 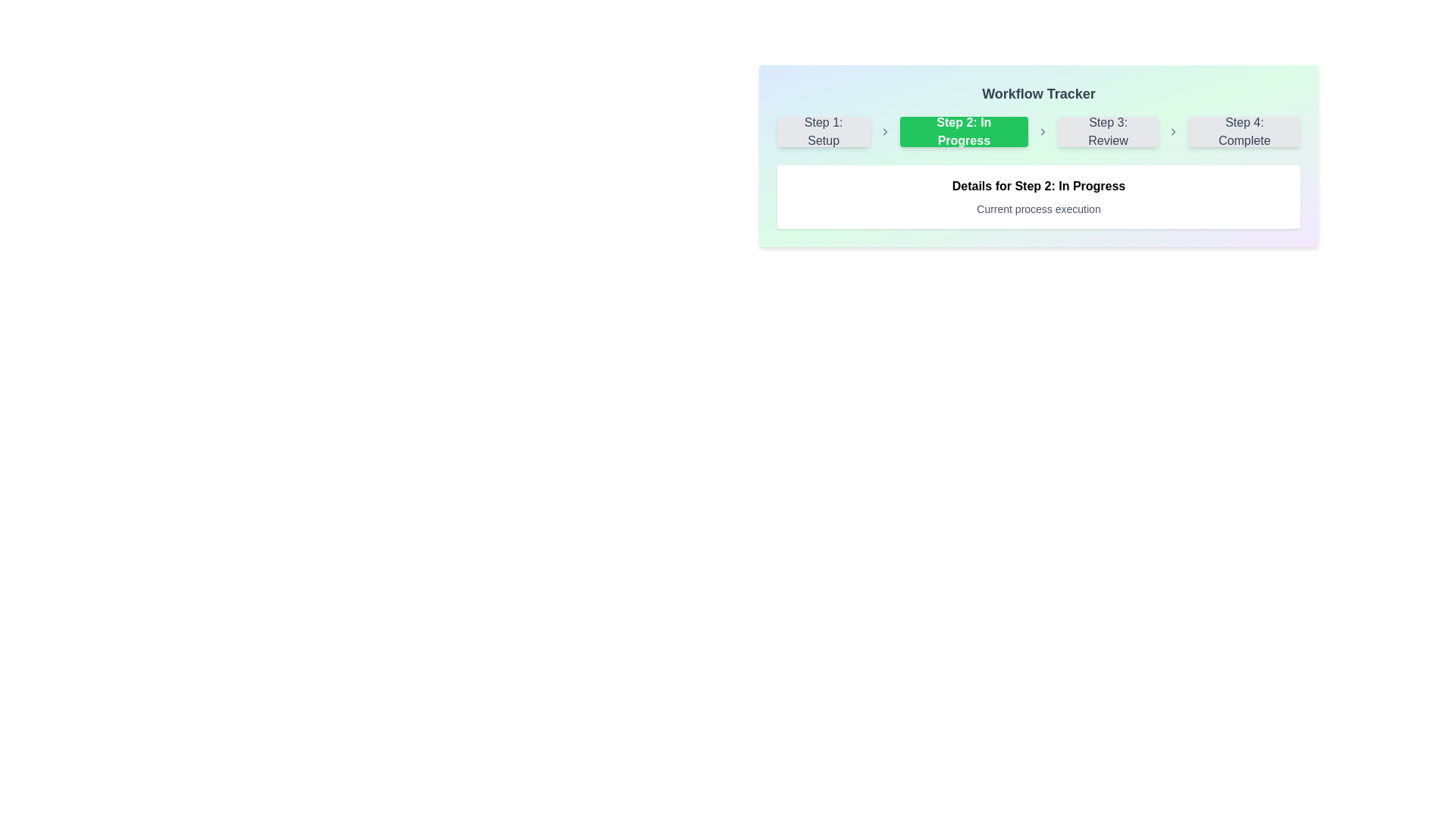 I want to click on the informational label indicating the current status of Step 2 in the workflow, located below the header 'Details for Step 2: In Progress', so click(x=1037, y=209).